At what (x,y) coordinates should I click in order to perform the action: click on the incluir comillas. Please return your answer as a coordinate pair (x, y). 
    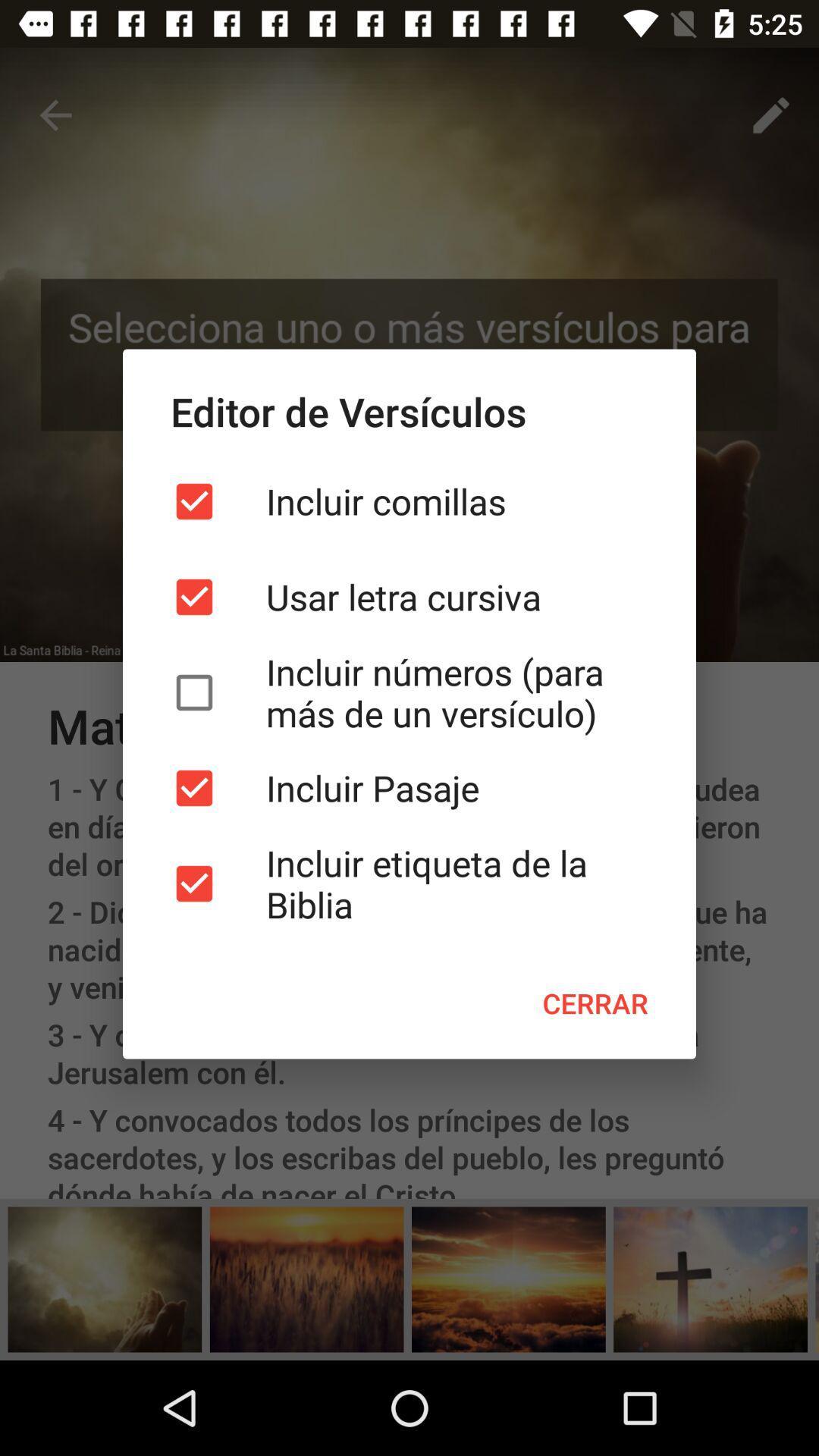
    Looking at the image, I should click on (409, 501).